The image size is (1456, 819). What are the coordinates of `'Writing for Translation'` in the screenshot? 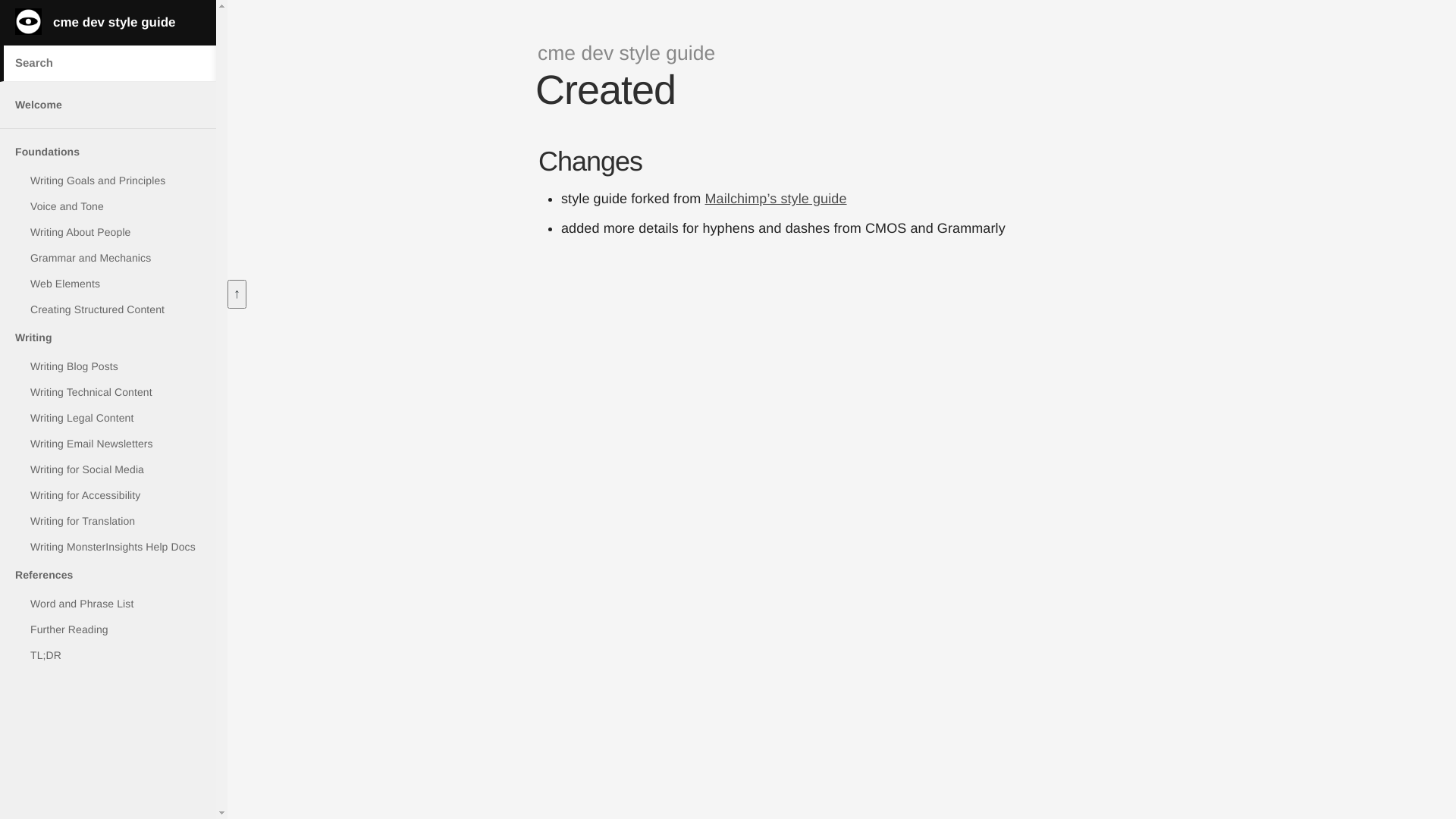 It's located at (107, 519).